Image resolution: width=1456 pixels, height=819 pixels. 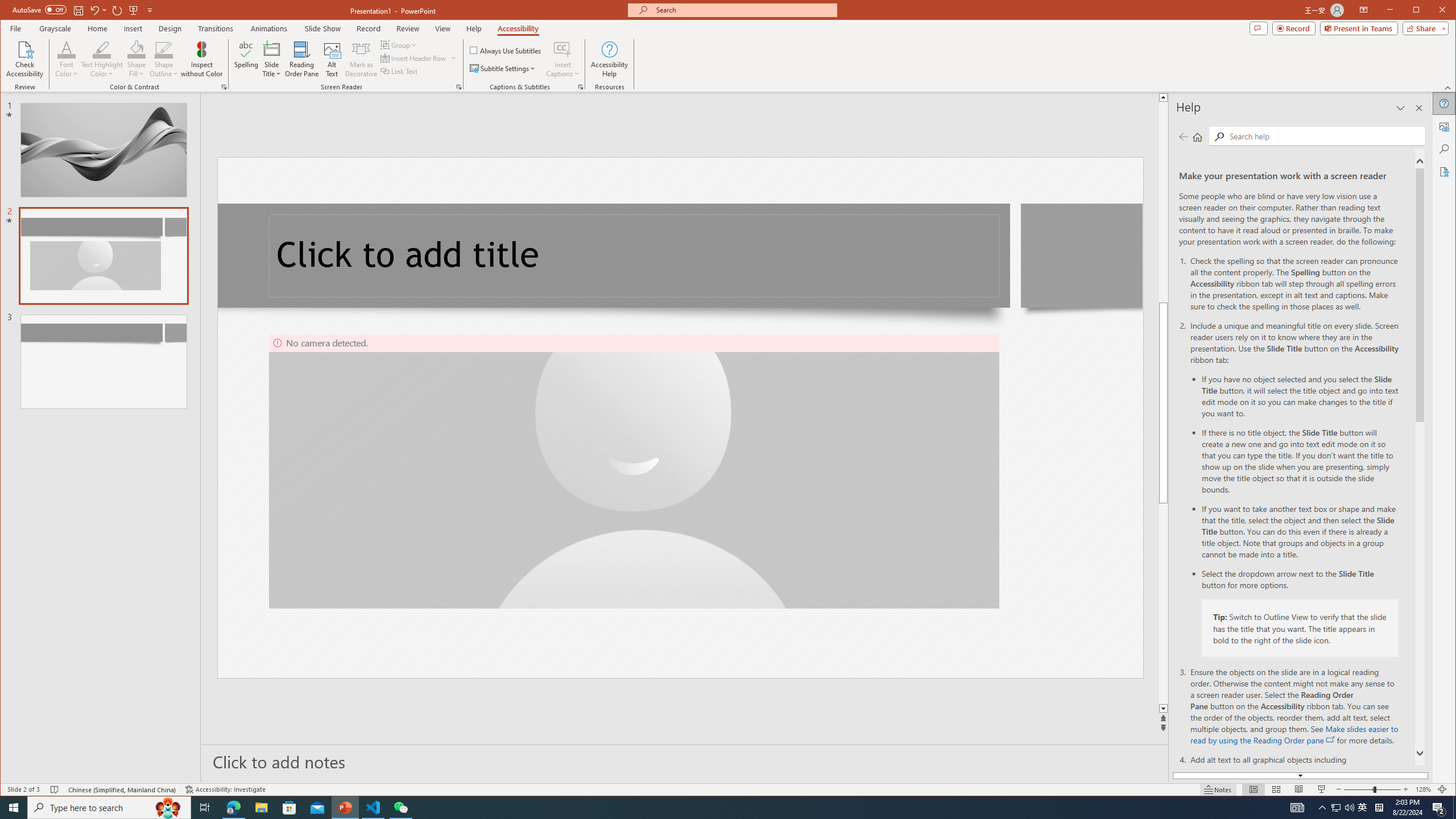 I want to click on 'Spelling...', so click(x=246, y=59).